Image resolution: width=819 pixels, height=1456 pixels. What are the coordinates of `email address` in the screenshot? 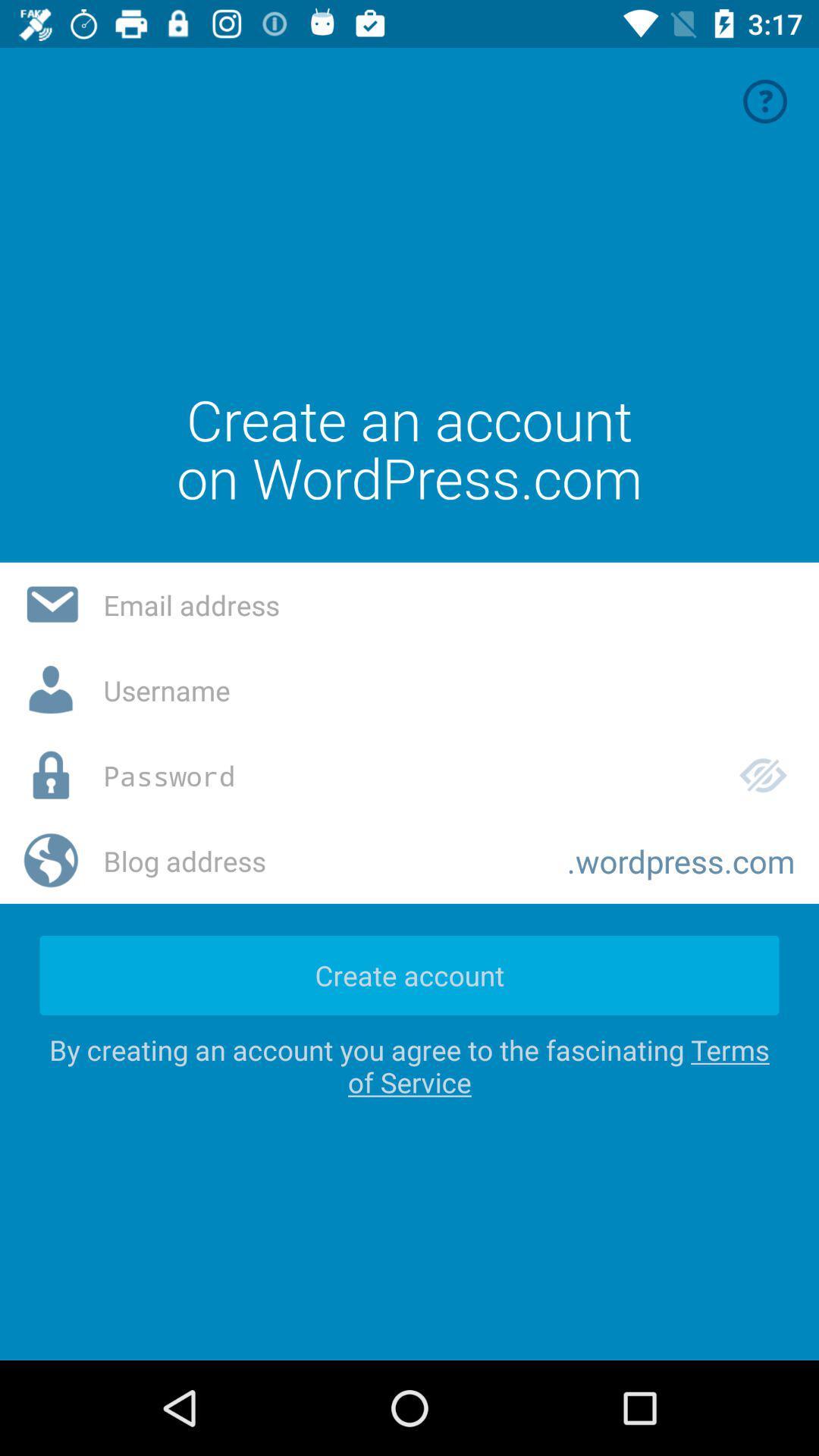 It's located at (448, 604).